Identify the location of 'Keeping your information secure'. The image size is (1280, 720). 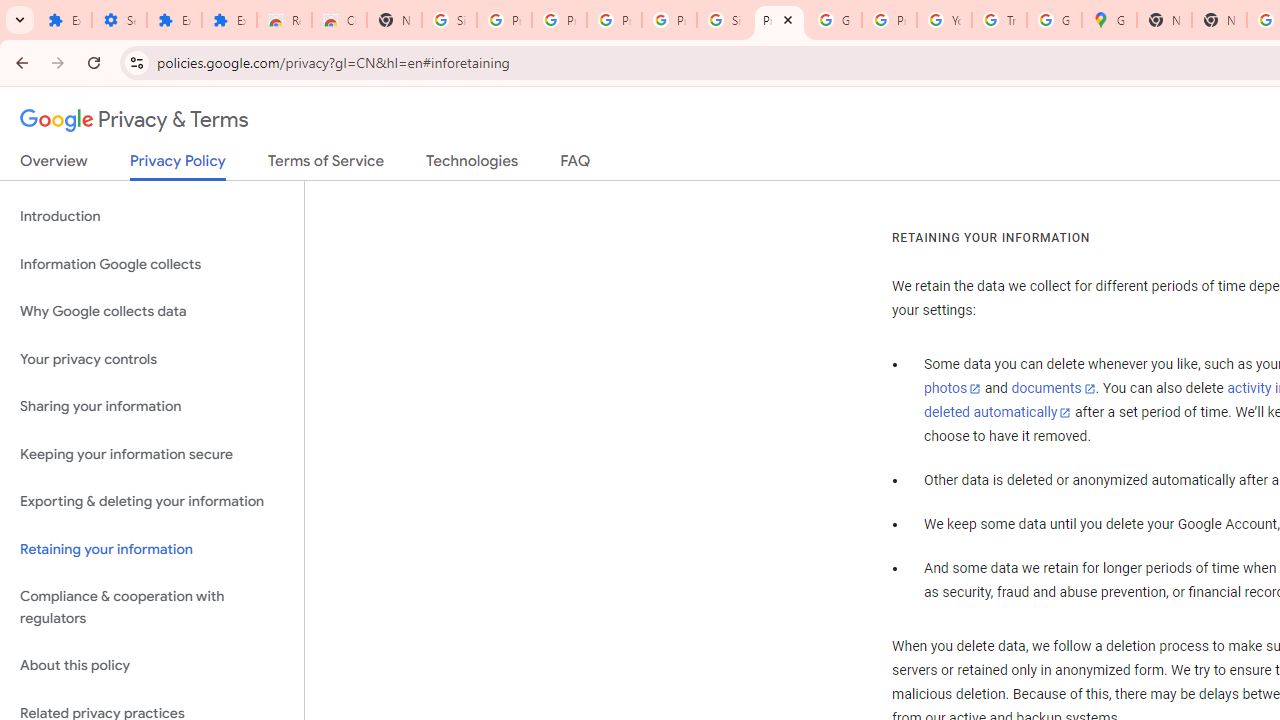
(151, 454).